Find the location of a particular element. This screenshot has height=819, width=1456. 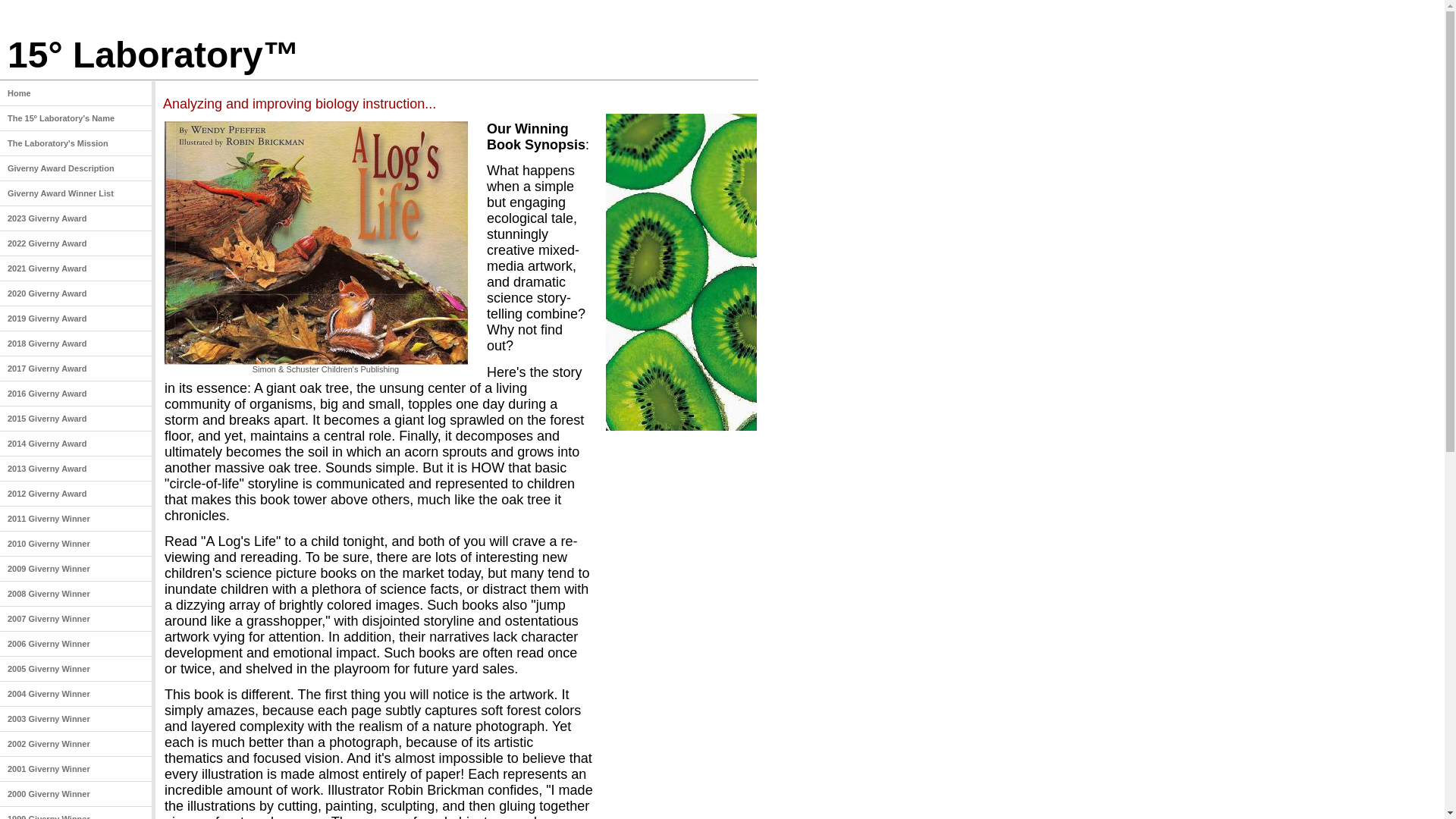

'2017 Giverny Award' is located at coordinates (0, 369).